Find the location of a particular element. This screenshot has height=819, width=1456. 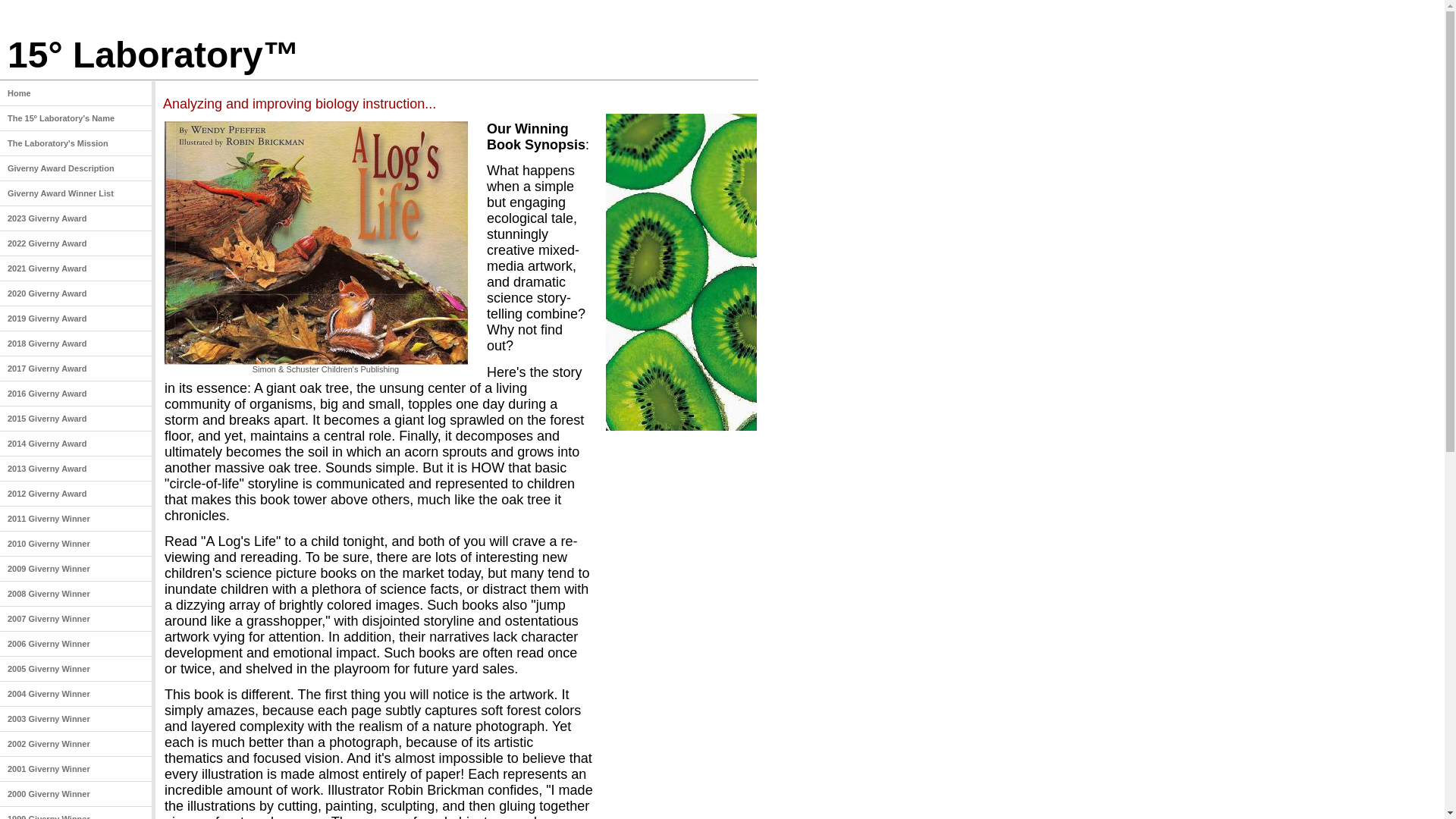

'2017 Giverny Award' is located at coordinates (0, 369).